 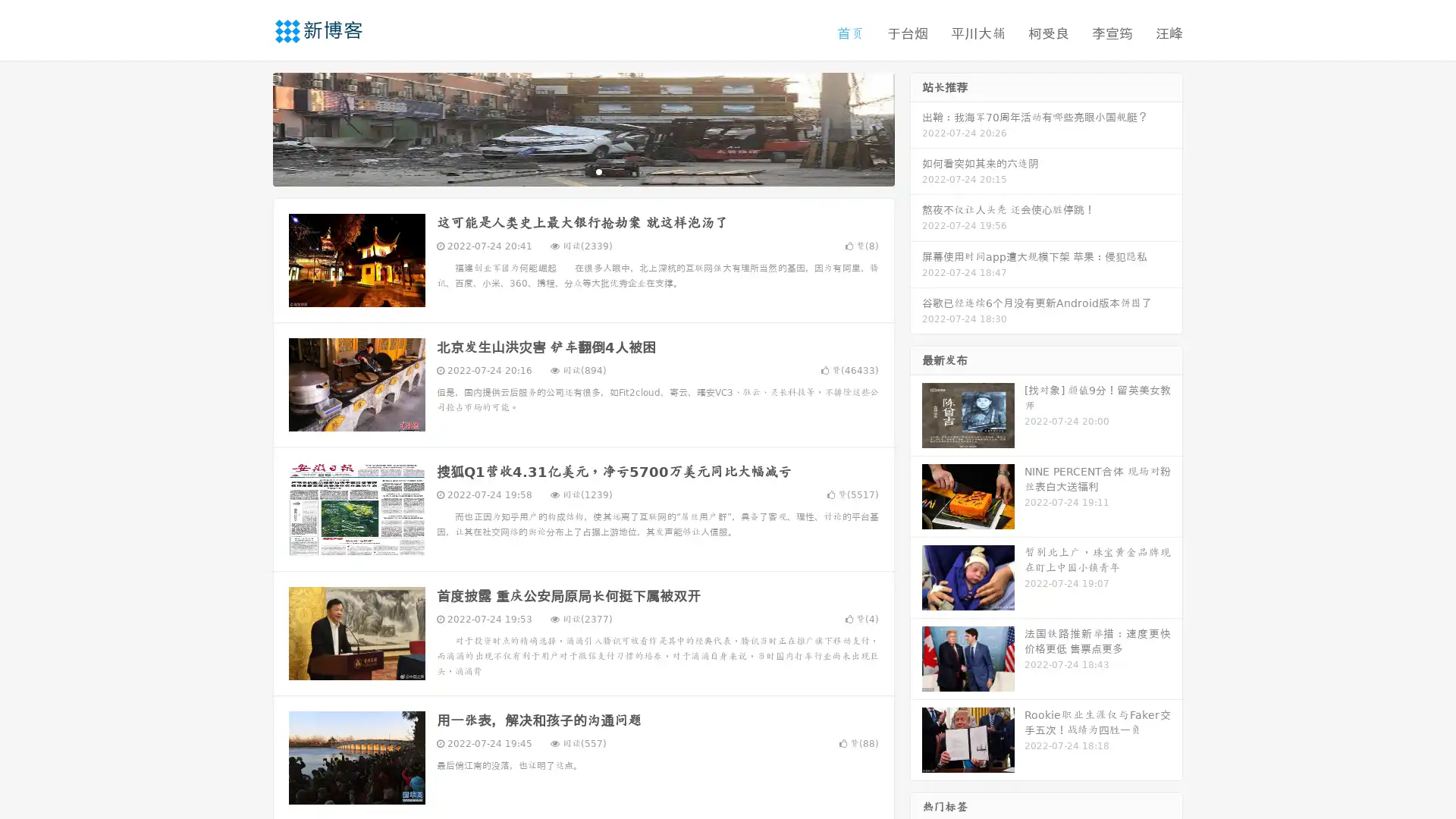 What do you see at coordinates (916, 127) in the screenshot?
I see `Next slide` at bounding box center [916, 127].